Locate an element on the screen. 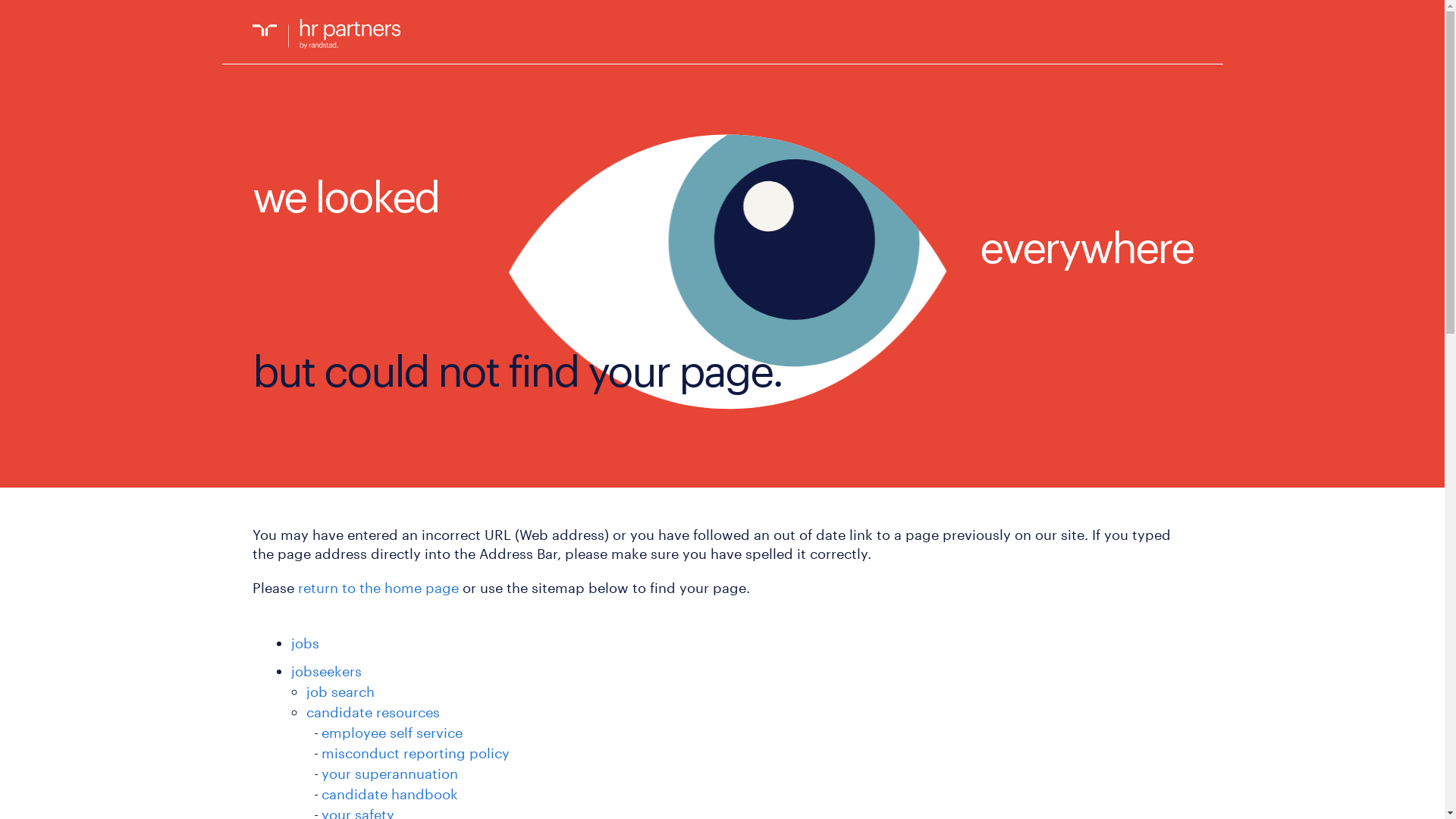 Image resolution: width=1456 pixels, height=819 pixels. 'return to the home page' is located at coordinates (378, 587).